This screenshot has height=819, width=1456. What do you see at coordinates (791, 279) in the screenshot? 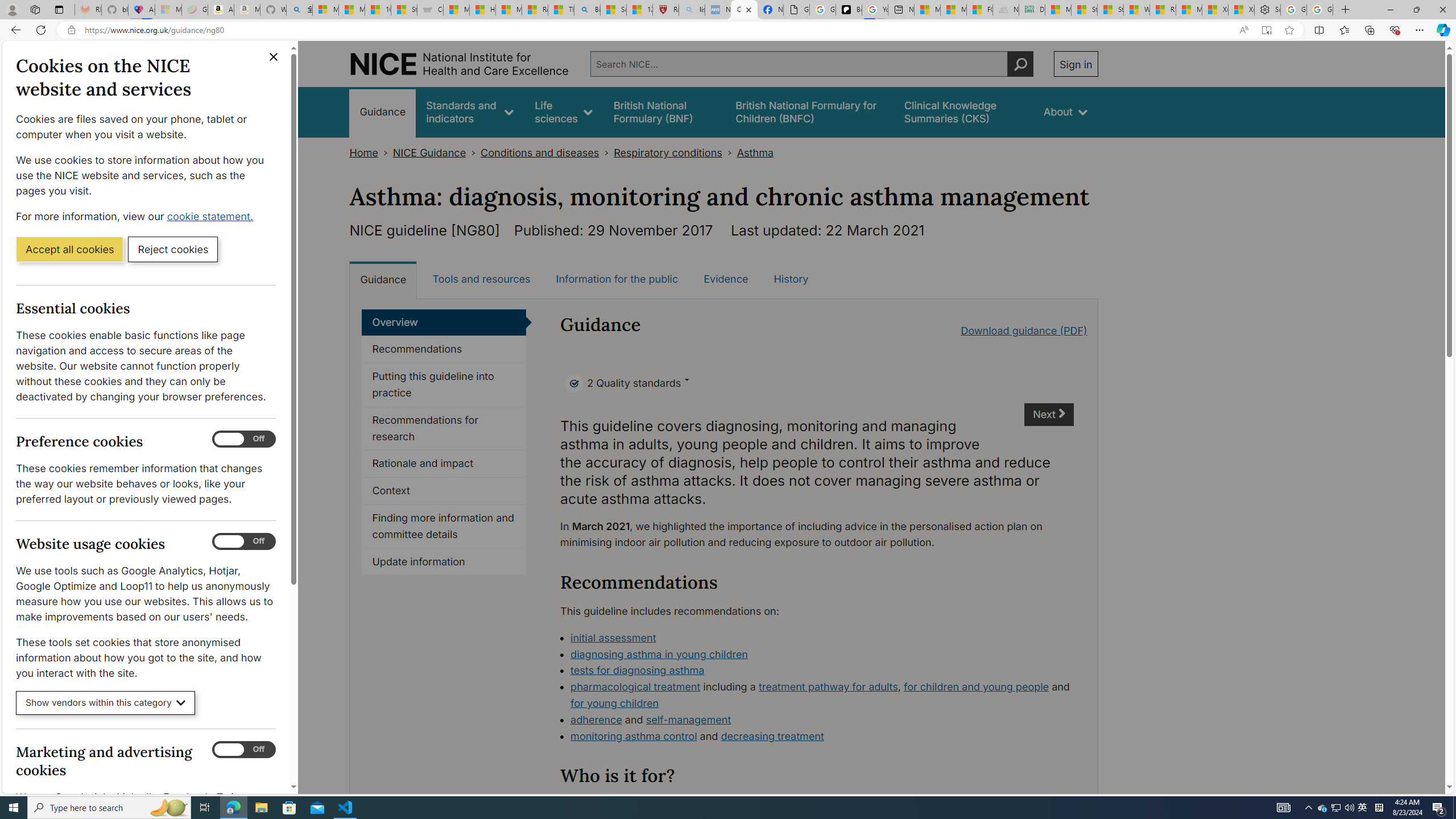
I see `'History'` at bounding box center [791, 279].